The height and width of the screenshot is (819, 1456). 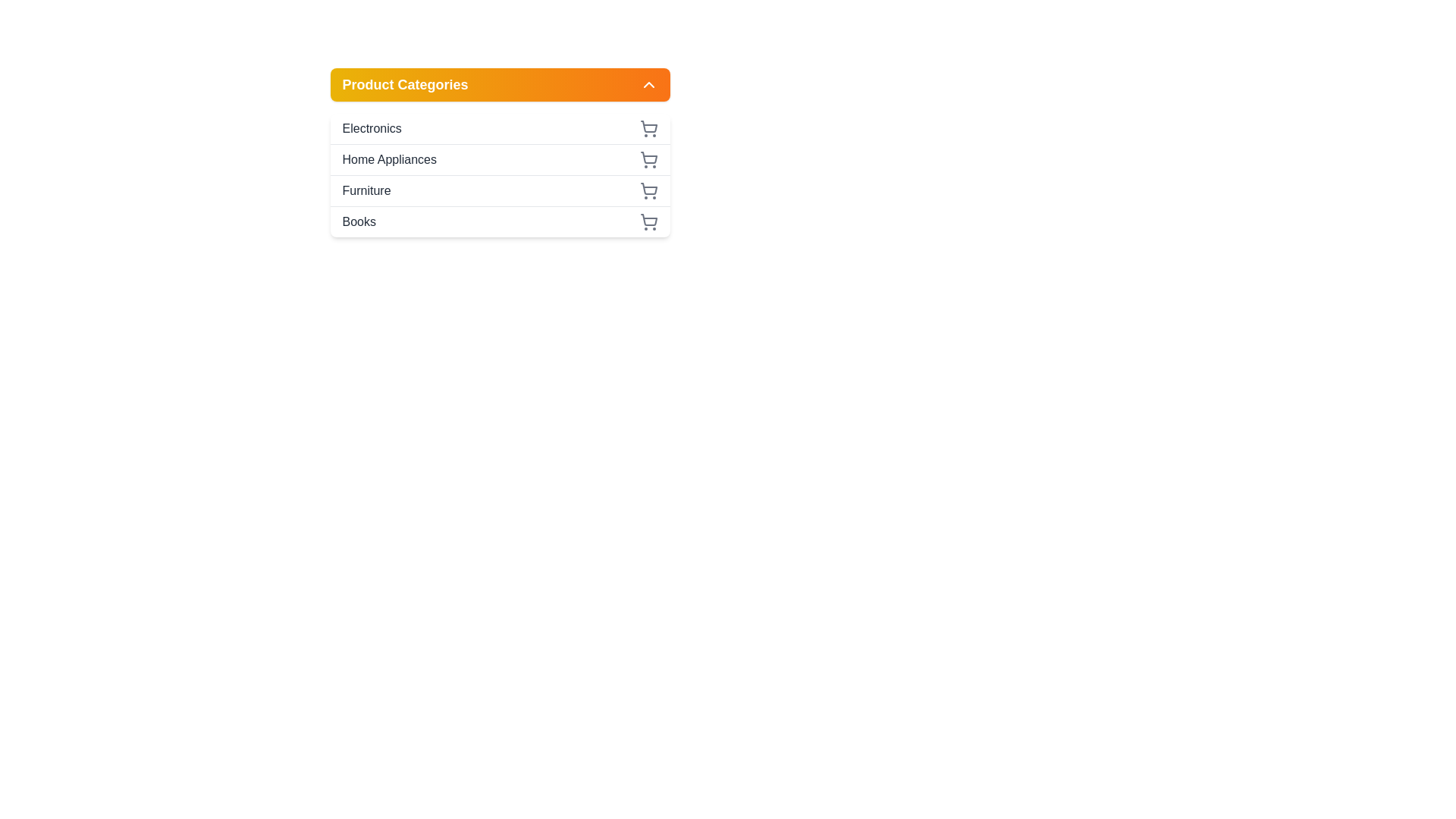 What do you see at coordinates (500, 190) in the screenshot?
I see `the 'Furniture' category list item in the shopping categories` at bounding box center [500, 190].